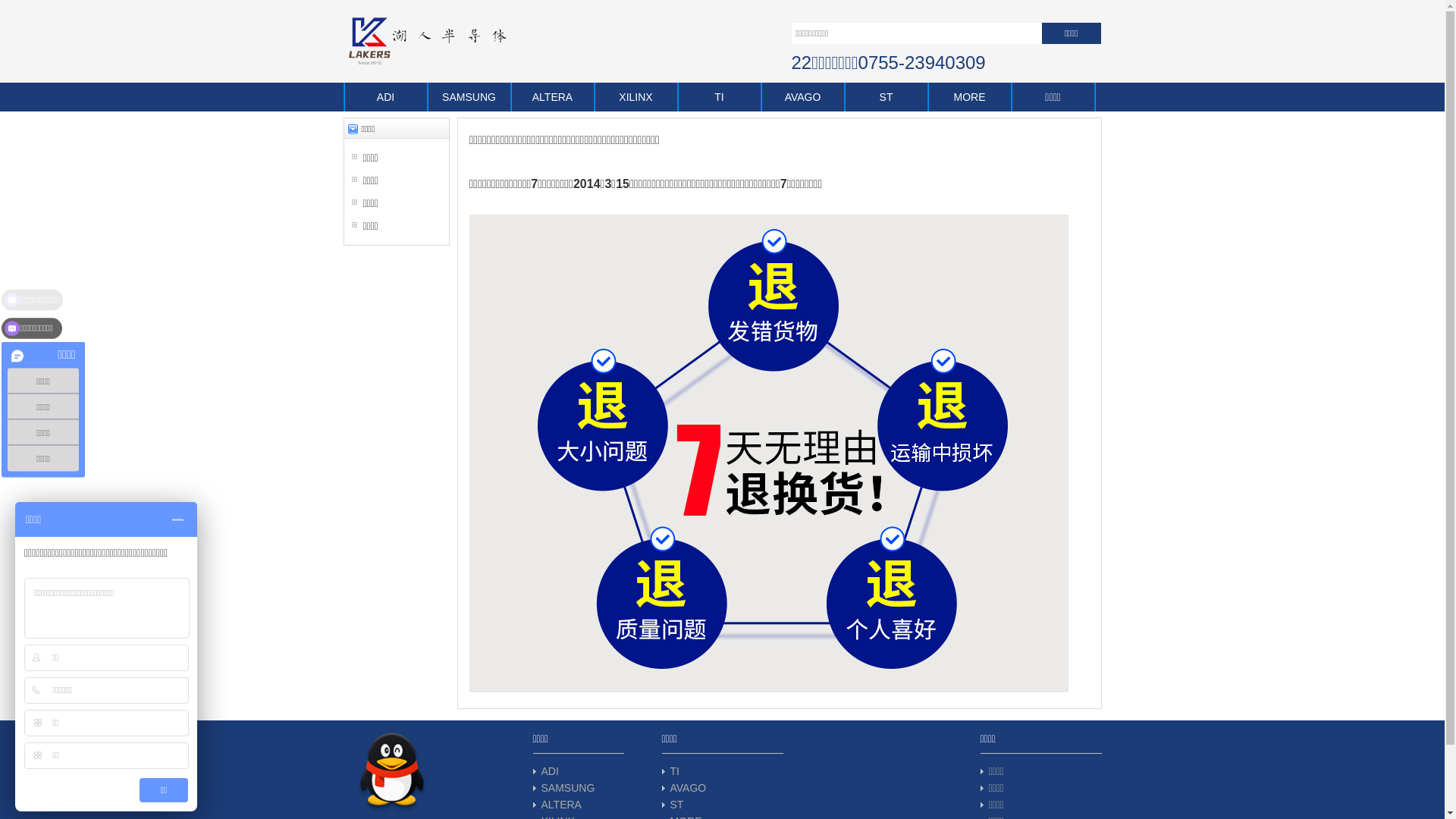 Image resolution: width=1456 pixels, height=819 pixels. What do you see at coordinates (687, 786) in the screenshot?
I see `'AVAGO'` at bounding box center [687, 786].